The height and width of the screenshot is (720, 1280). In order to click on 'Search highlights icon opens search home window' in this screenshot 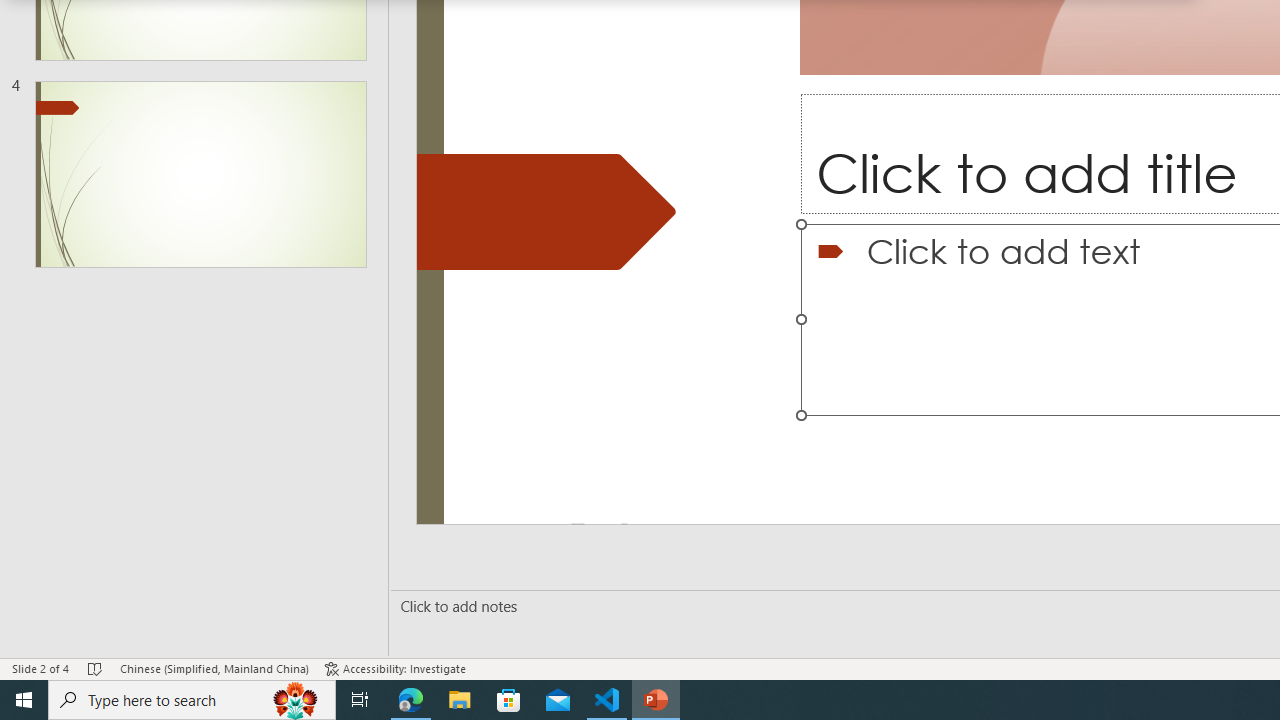, I will do `click(294, 698)`.